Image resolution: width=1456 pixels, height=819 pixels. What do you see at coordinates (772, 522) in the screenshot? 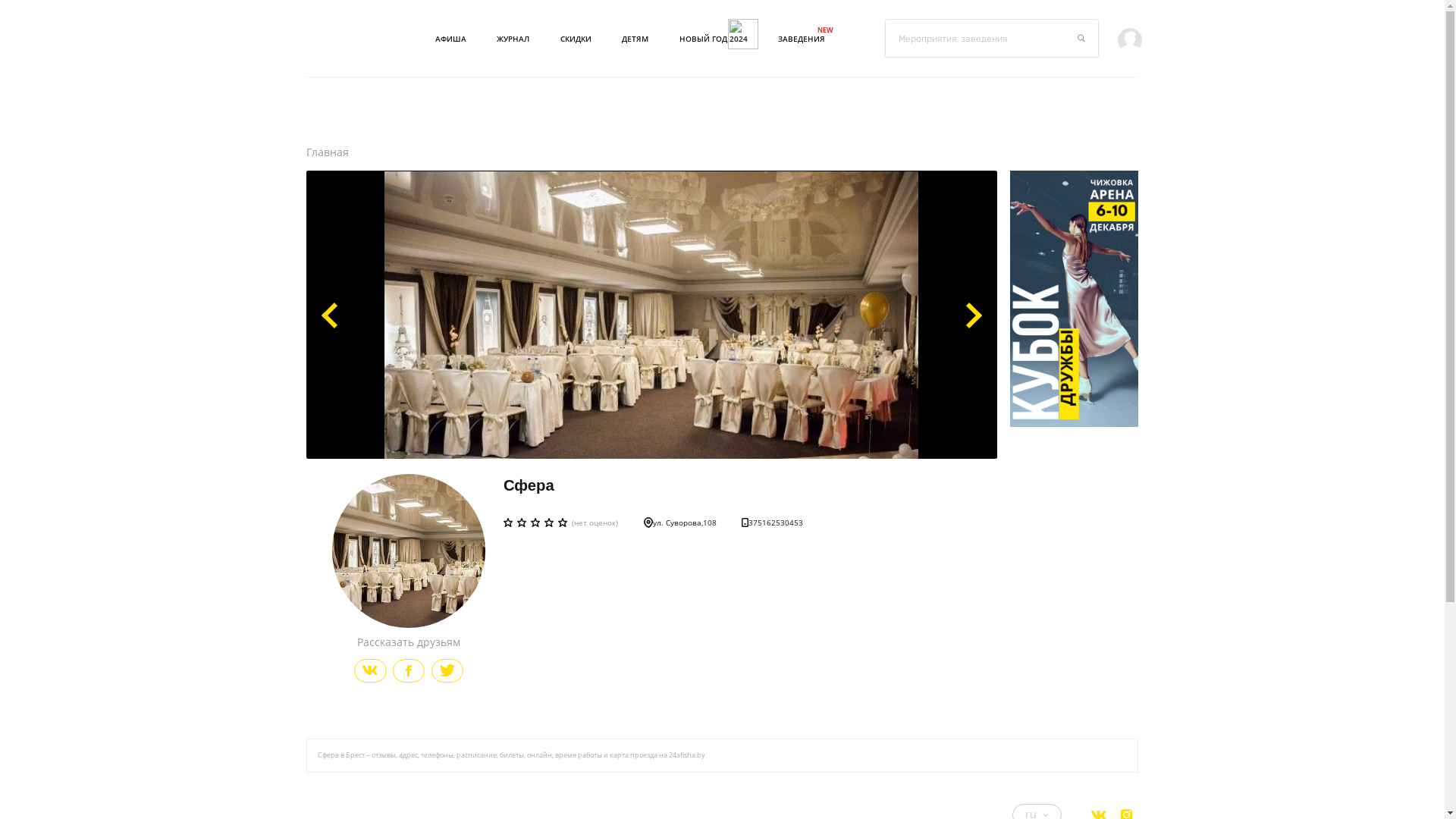
I see `'375162530453'` at bounding box center [772, 522].